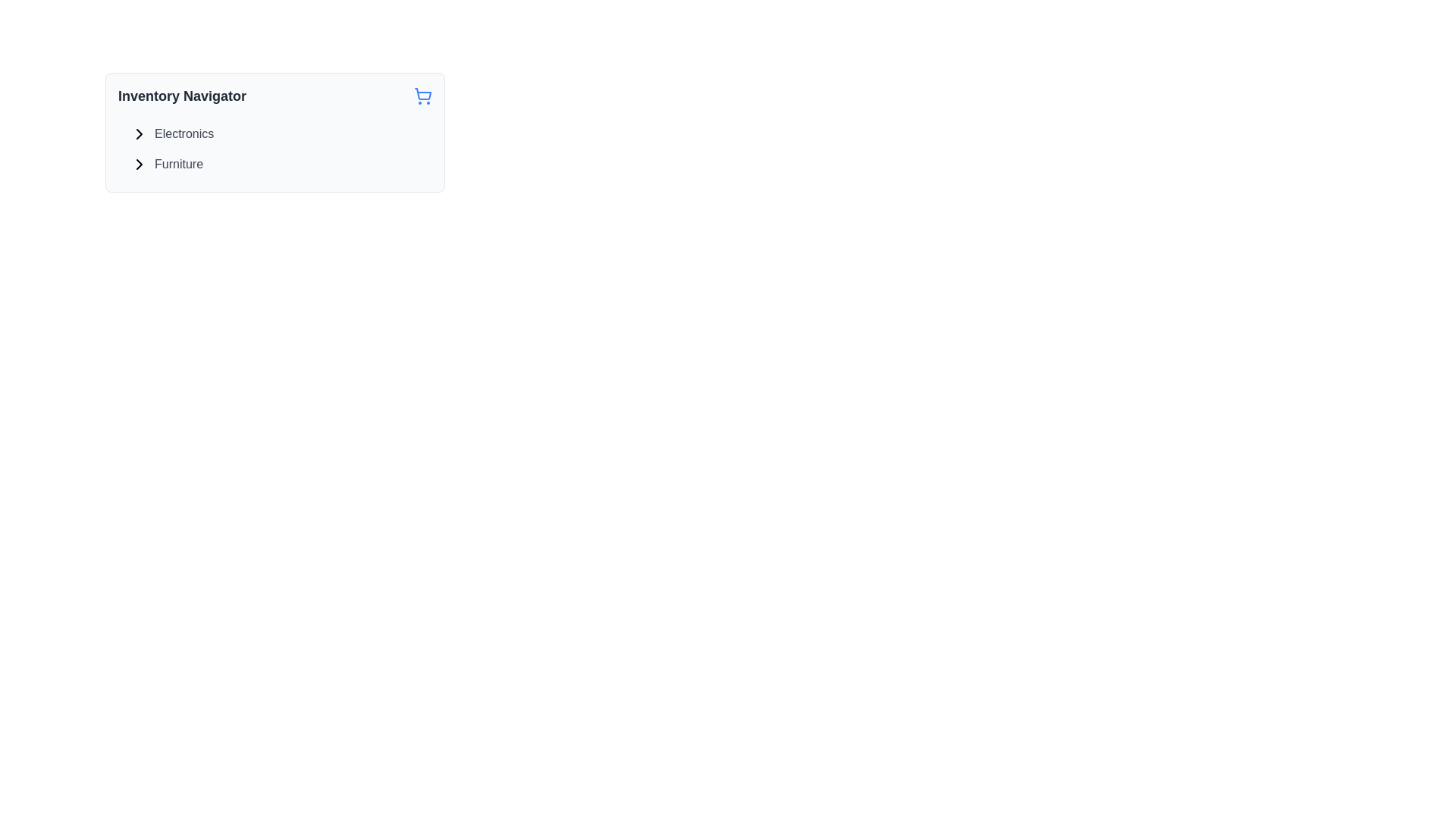 This screenshot has width=1456, height=819. I want to click on the 'Furniture' text label in the inventory navigation panel, which is styled in gray font and positioned vertically below 'Electronics', so click(178, 164).